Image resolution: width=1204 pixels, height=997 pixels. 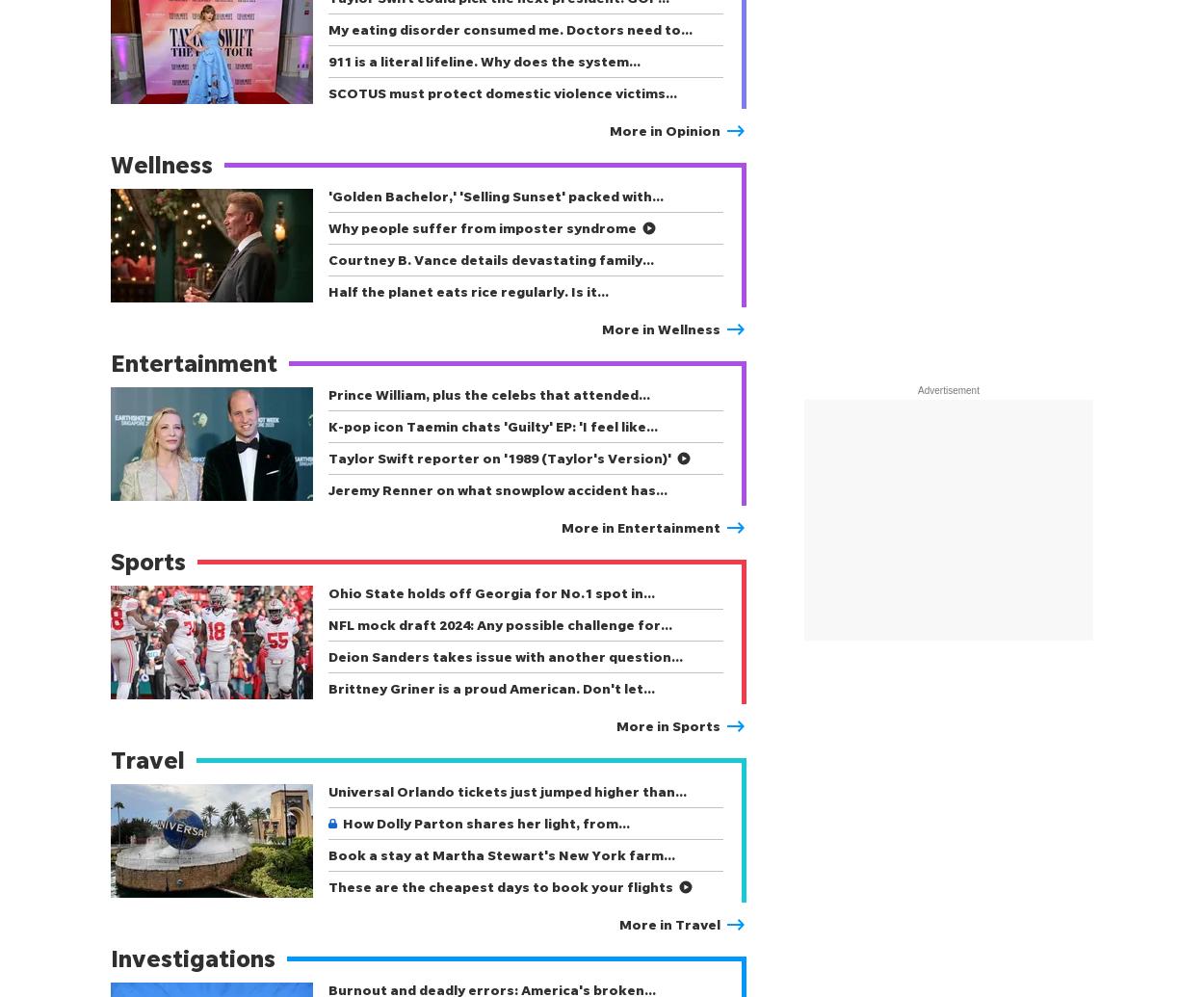 I want to click on ''Golden Bachelor,' 'Selling Sunset' packed with…', so click(x=496, y=196).